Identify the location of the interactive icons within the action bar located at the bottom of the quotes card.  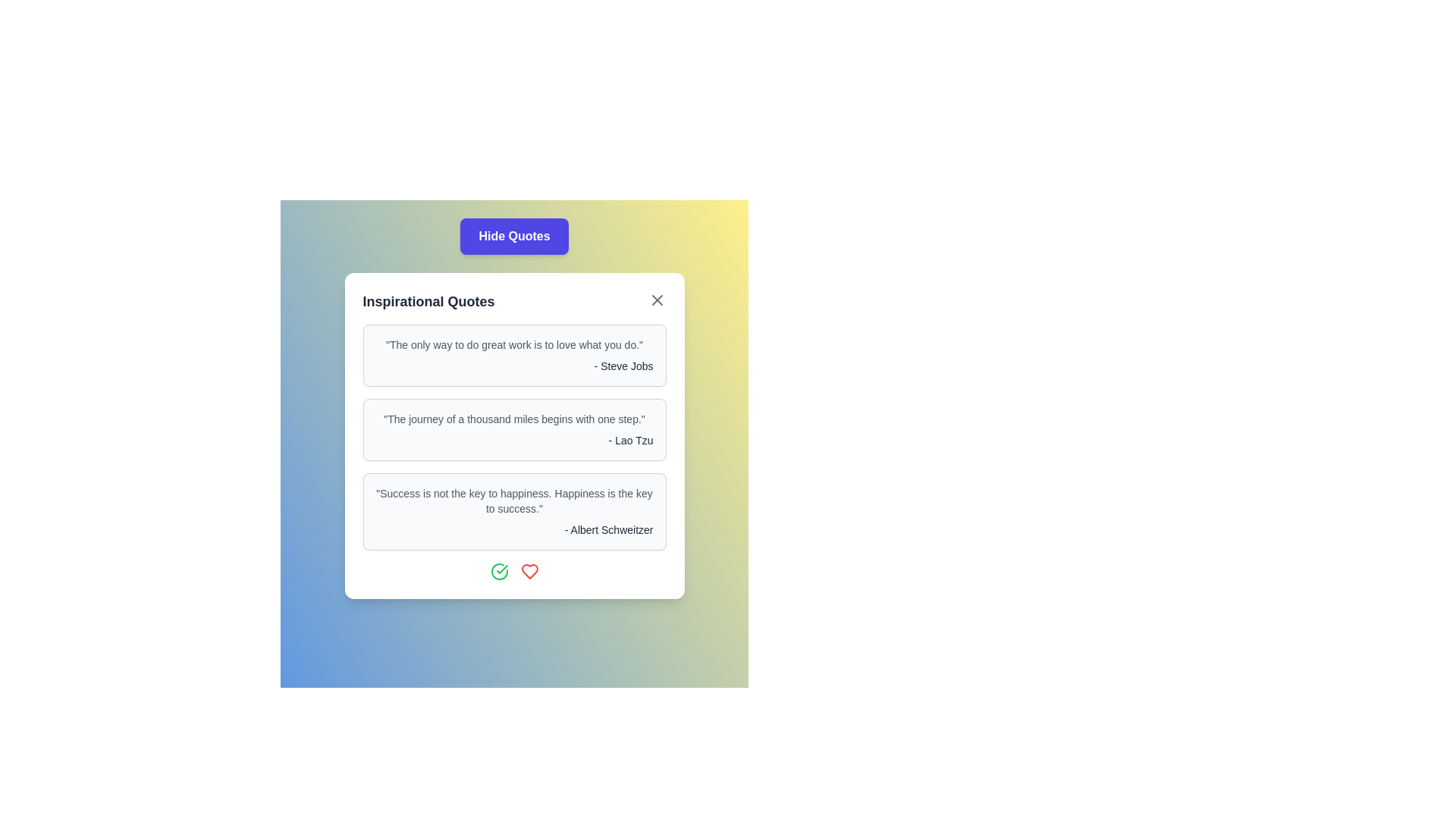
(514, 571).